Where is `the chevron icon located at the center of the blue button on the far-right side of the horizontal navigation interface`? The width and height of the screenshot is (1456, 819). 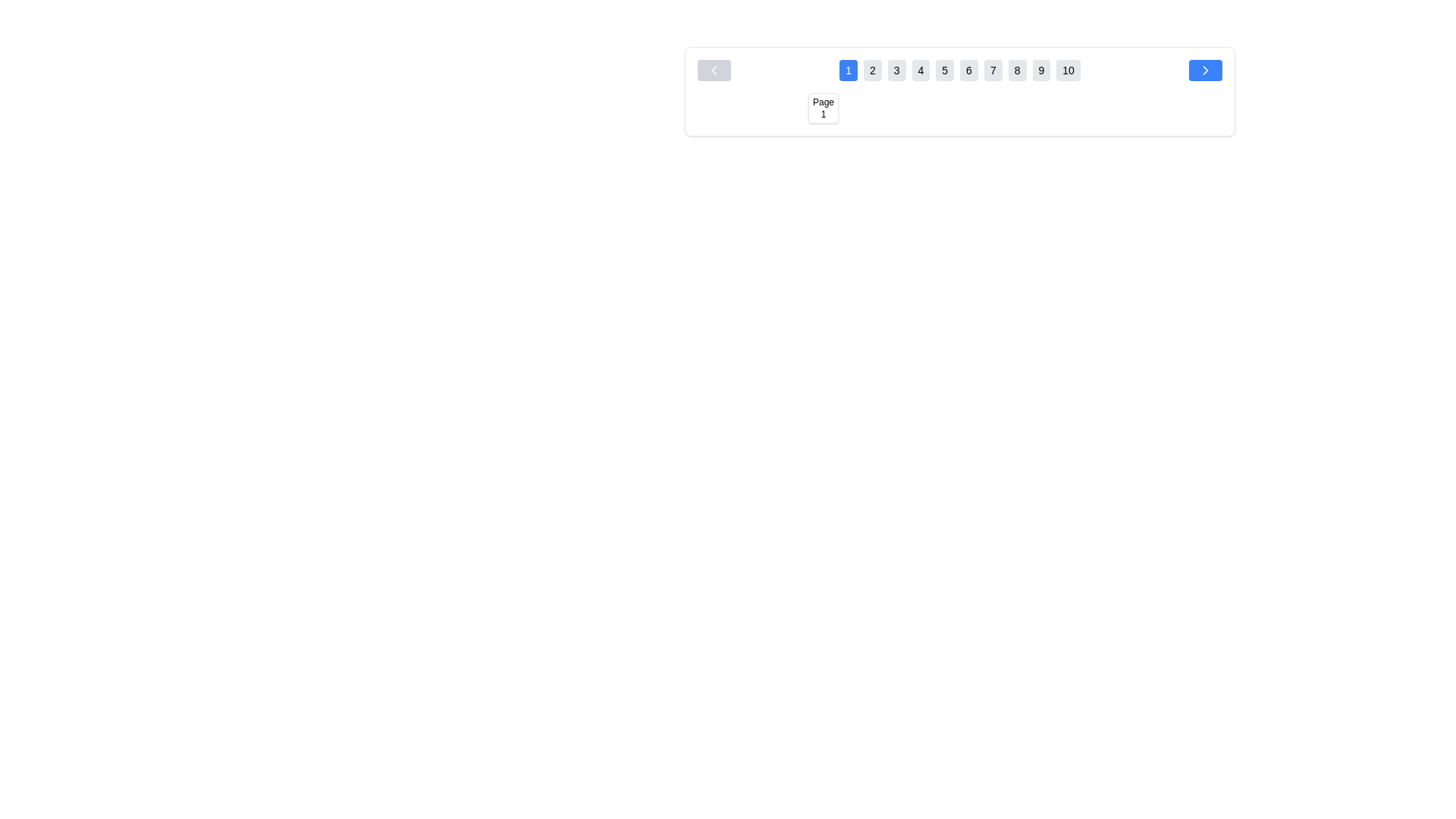 the chevron icon located at the center of the blue button on the far-right side of the horizontal navigation interface is located at coordinates (1204, 70).